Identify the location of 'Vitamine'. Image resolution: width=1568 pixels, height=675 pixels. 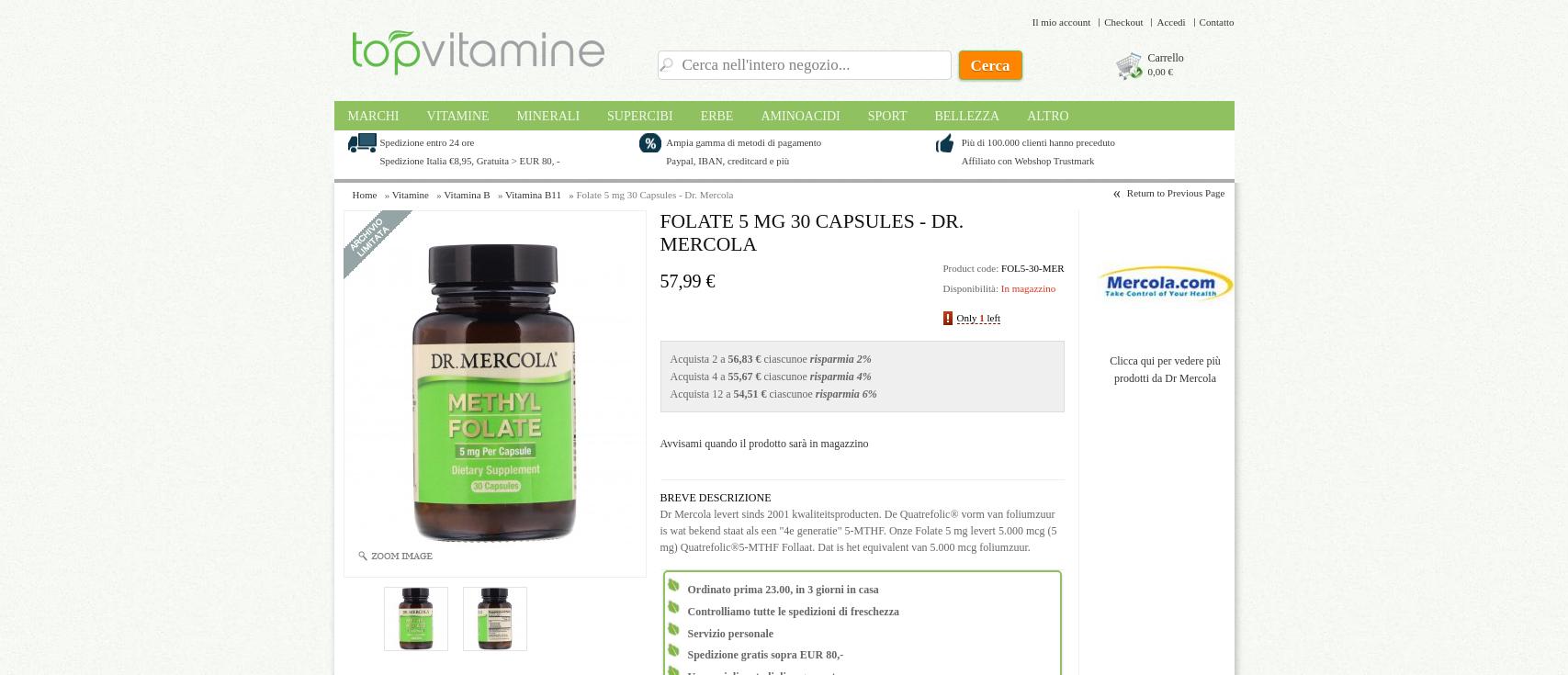
(410, 193).